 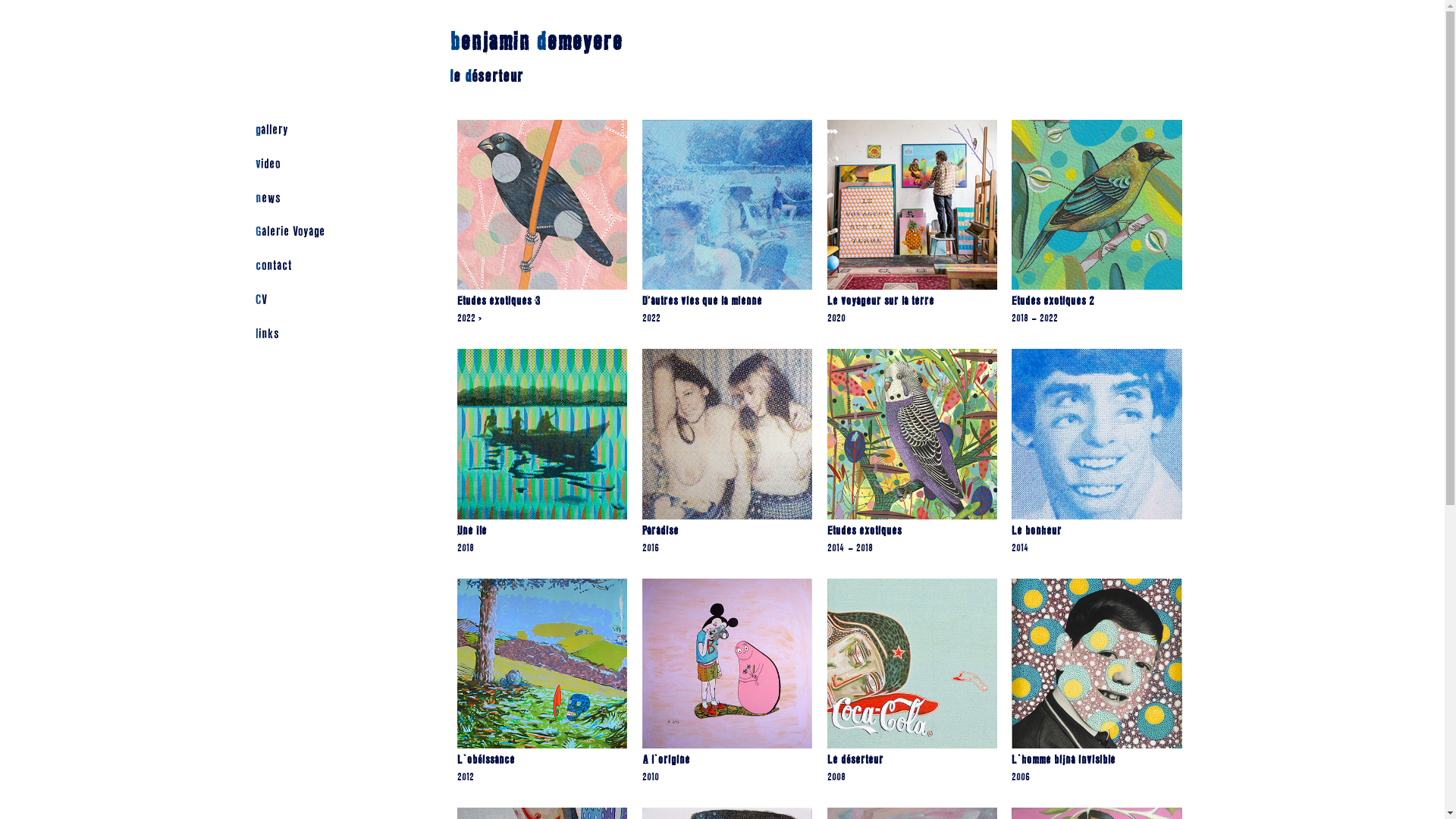 What do you see at coordinates (331, 334) in the screenshot?
I see `'links'` at bounding box center [331, 334].